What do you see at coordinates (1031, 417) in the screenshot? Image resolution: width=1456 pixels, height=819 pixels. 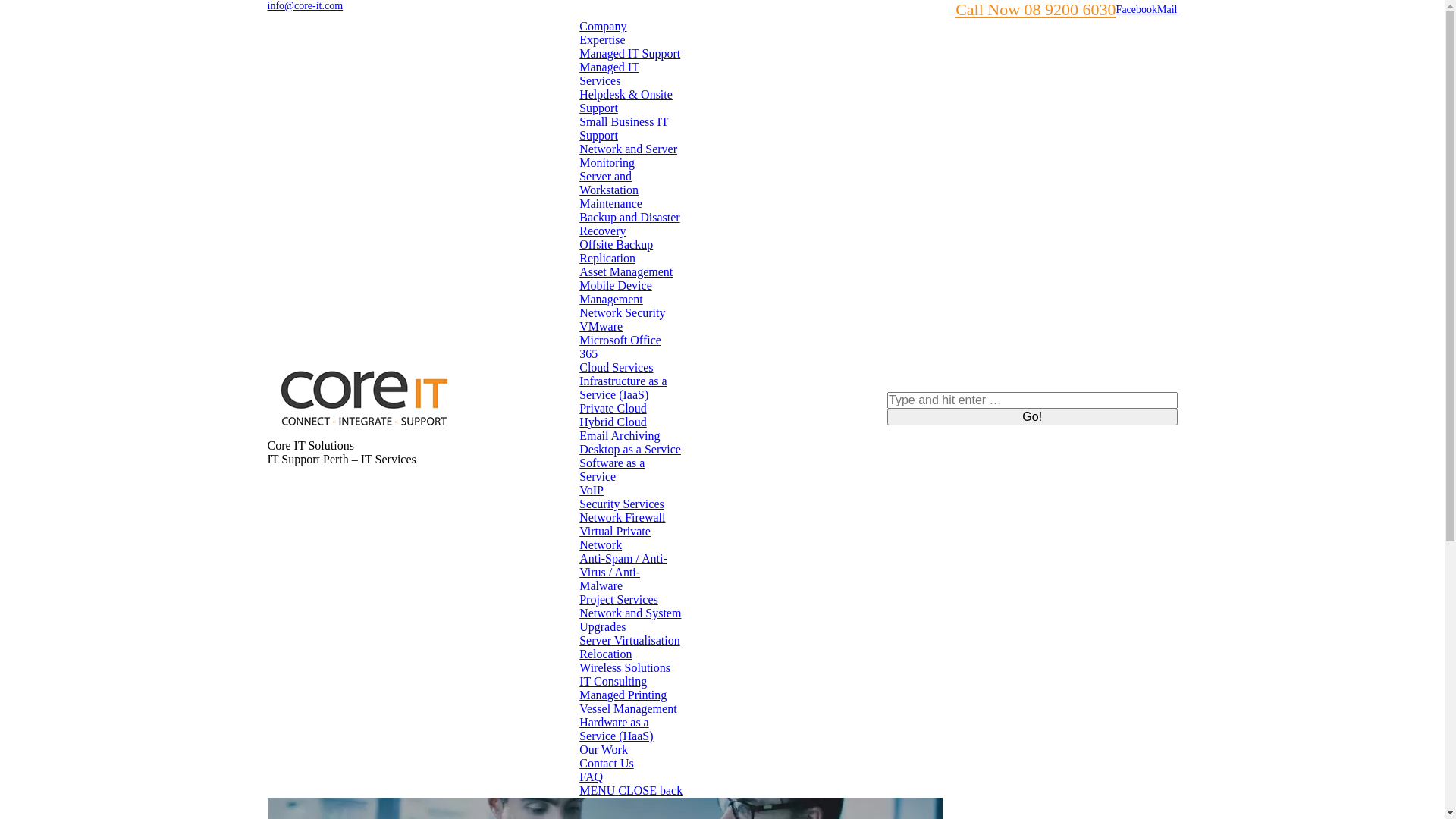 I see `'Go!'` at bounding box center [1031, 417].